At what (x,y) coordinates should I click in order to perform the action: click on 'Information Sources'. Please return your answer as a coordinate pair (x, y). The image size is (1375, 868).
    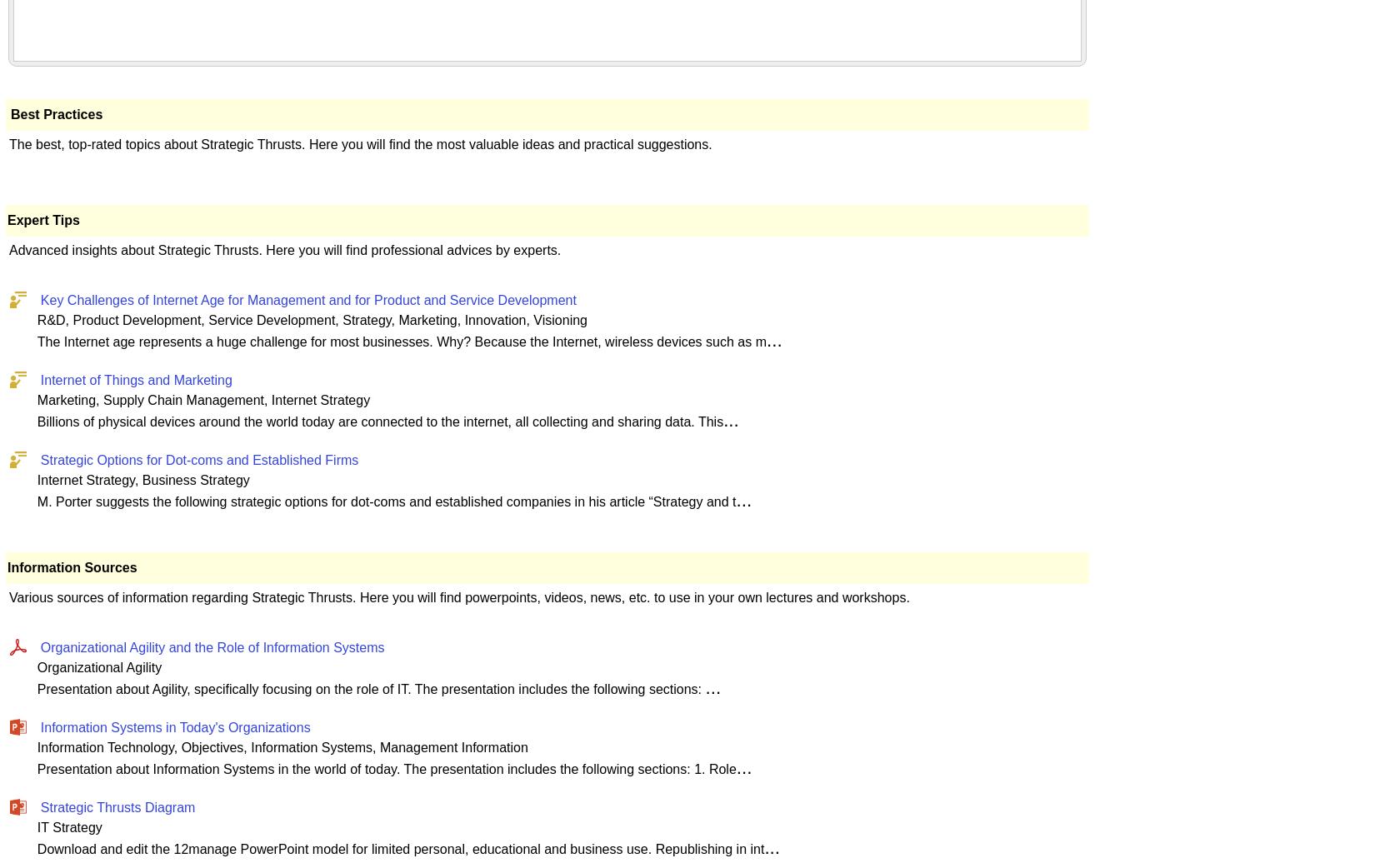
    Looking at the image, I should click on (7, 566).